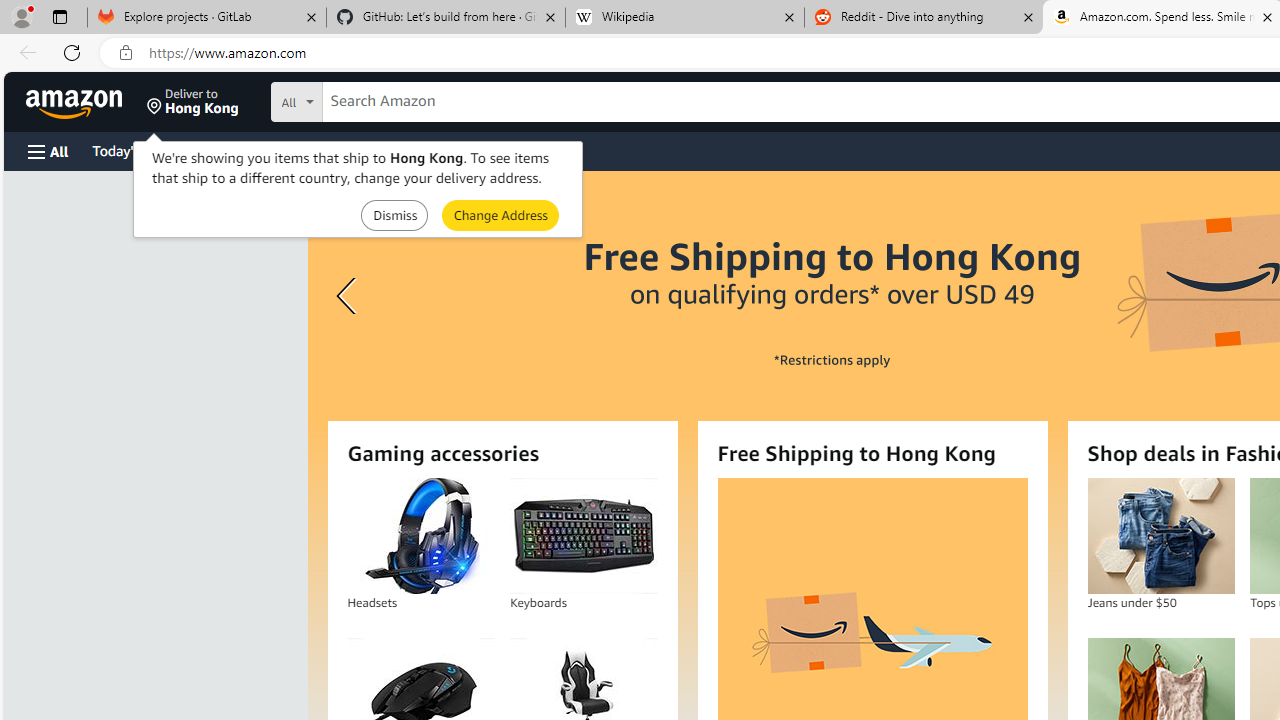 This screenshot has height=720, width=1280. I want to click on 'Headsets', so click(420, 535).